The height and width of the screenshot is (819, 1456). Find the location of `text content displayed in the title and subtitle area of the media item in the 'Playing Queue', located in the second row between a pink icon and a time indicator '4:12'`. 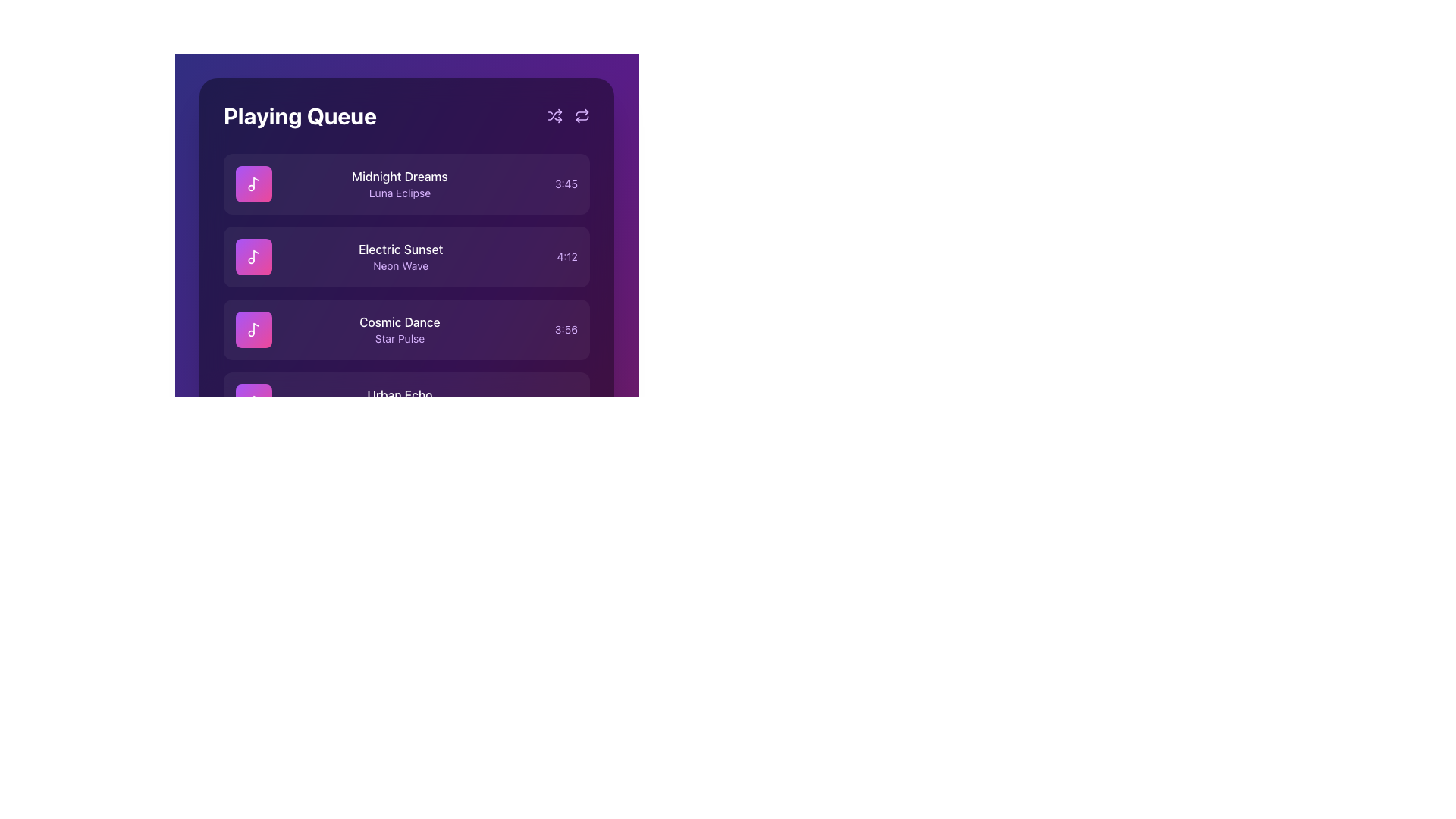

text content displayed in the title and subtitle area of the media item in the 'Playing Queue', located in the second row between a pink icon and a time indicator '4:12' is located at coordinates (400, 256).